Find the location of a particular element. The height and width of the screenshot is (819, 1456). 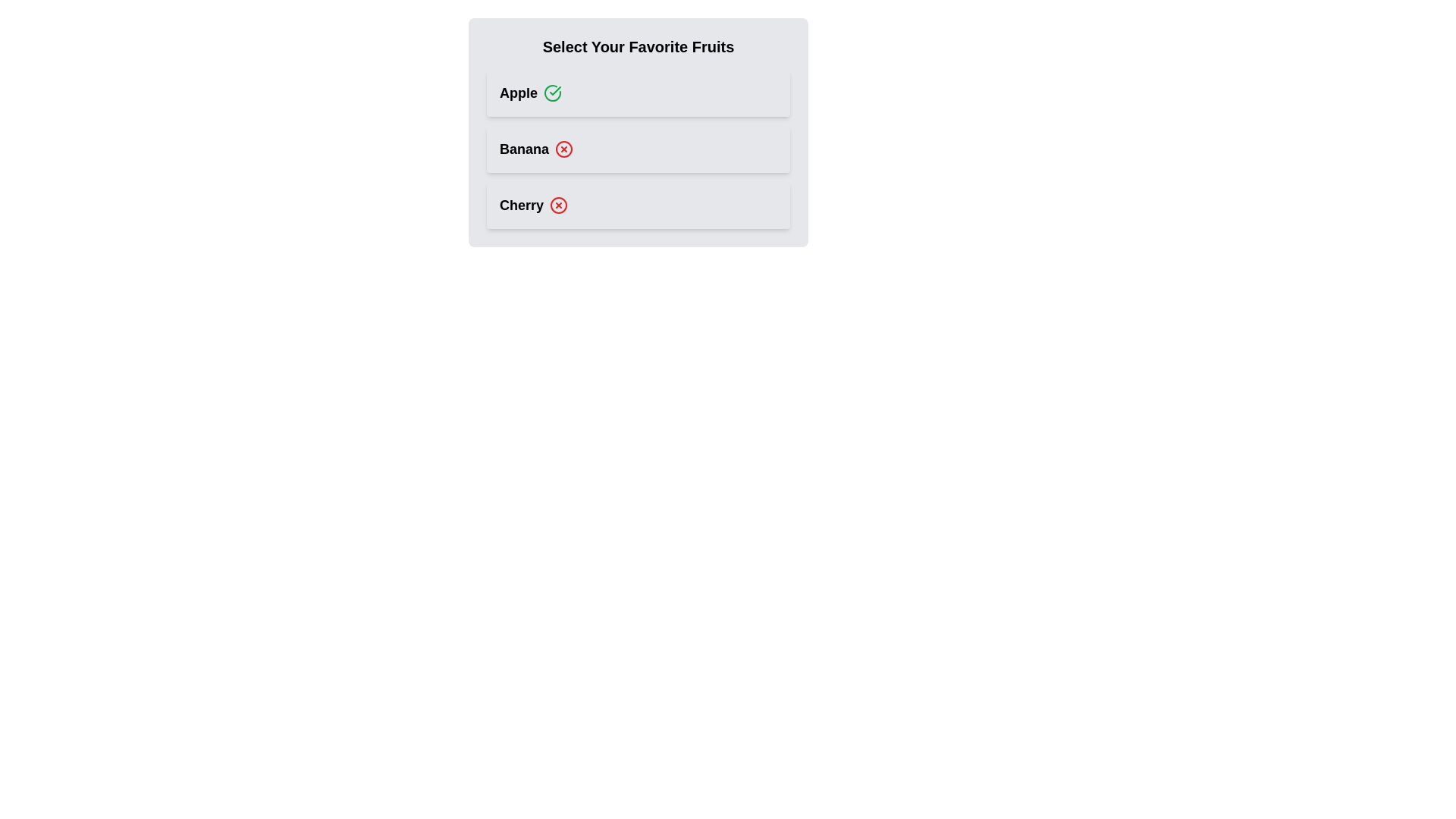

the chip labeled Apple is located at coordinates (638, 93).